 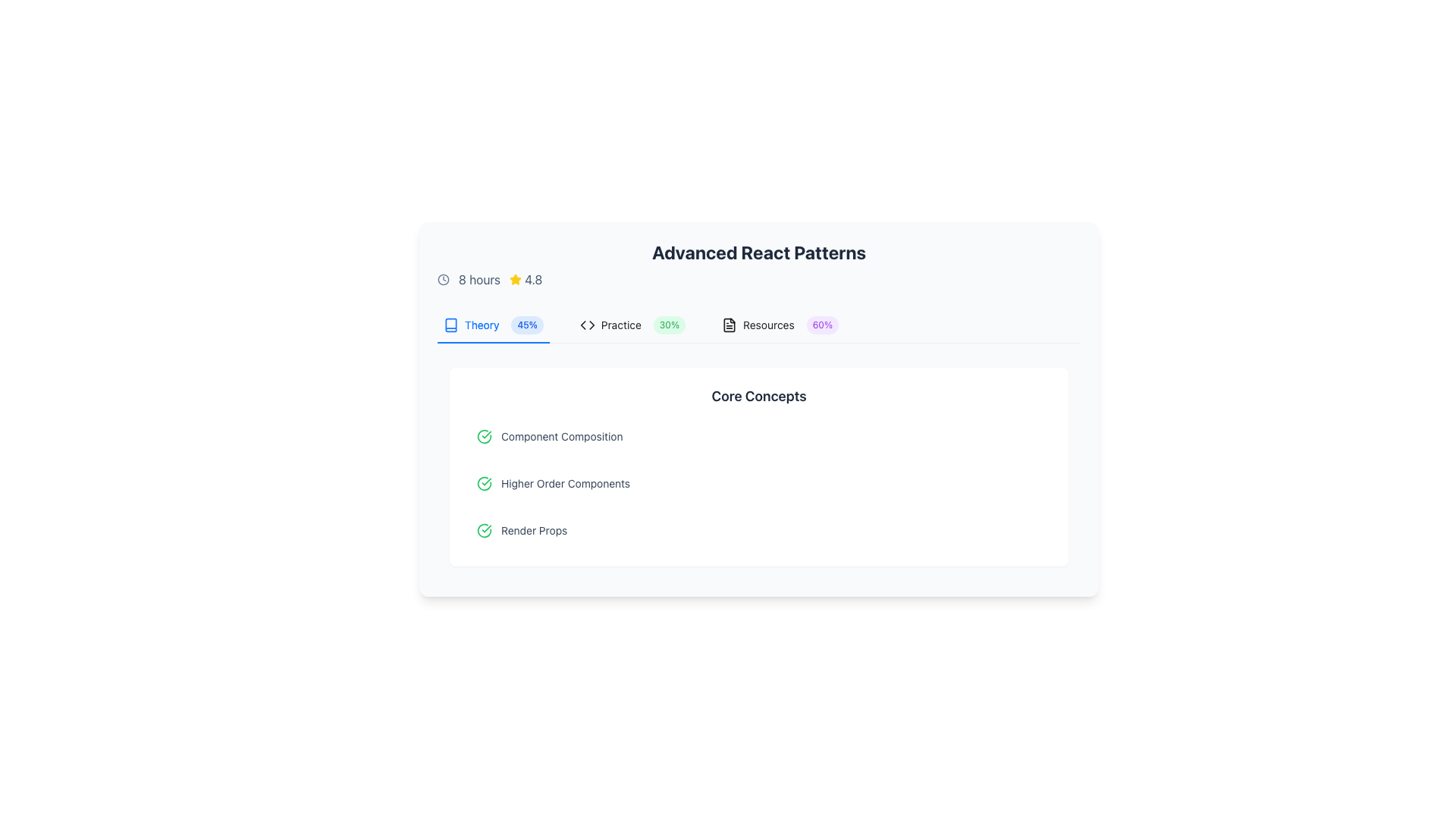 What do you see at coordinates (443, 280) in the screenshot?
I see `the time duration icon located at the top-left of the card layout, which visually represents '8 hours'` at bounding box center [443, 280].